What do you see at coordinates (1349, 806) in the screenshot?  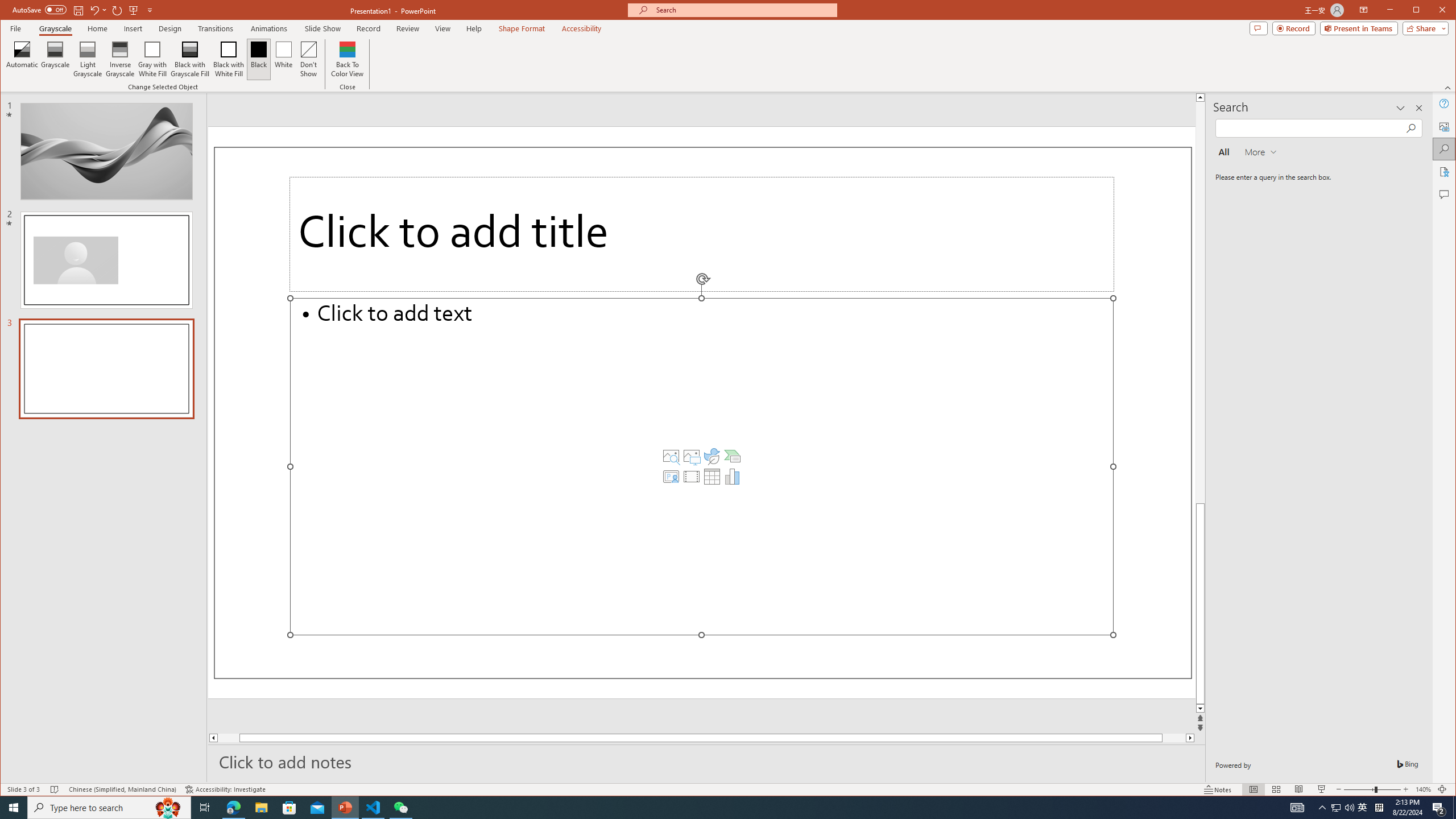 I see `'Q2790: 100%'` at bounding box center [1349, 806].